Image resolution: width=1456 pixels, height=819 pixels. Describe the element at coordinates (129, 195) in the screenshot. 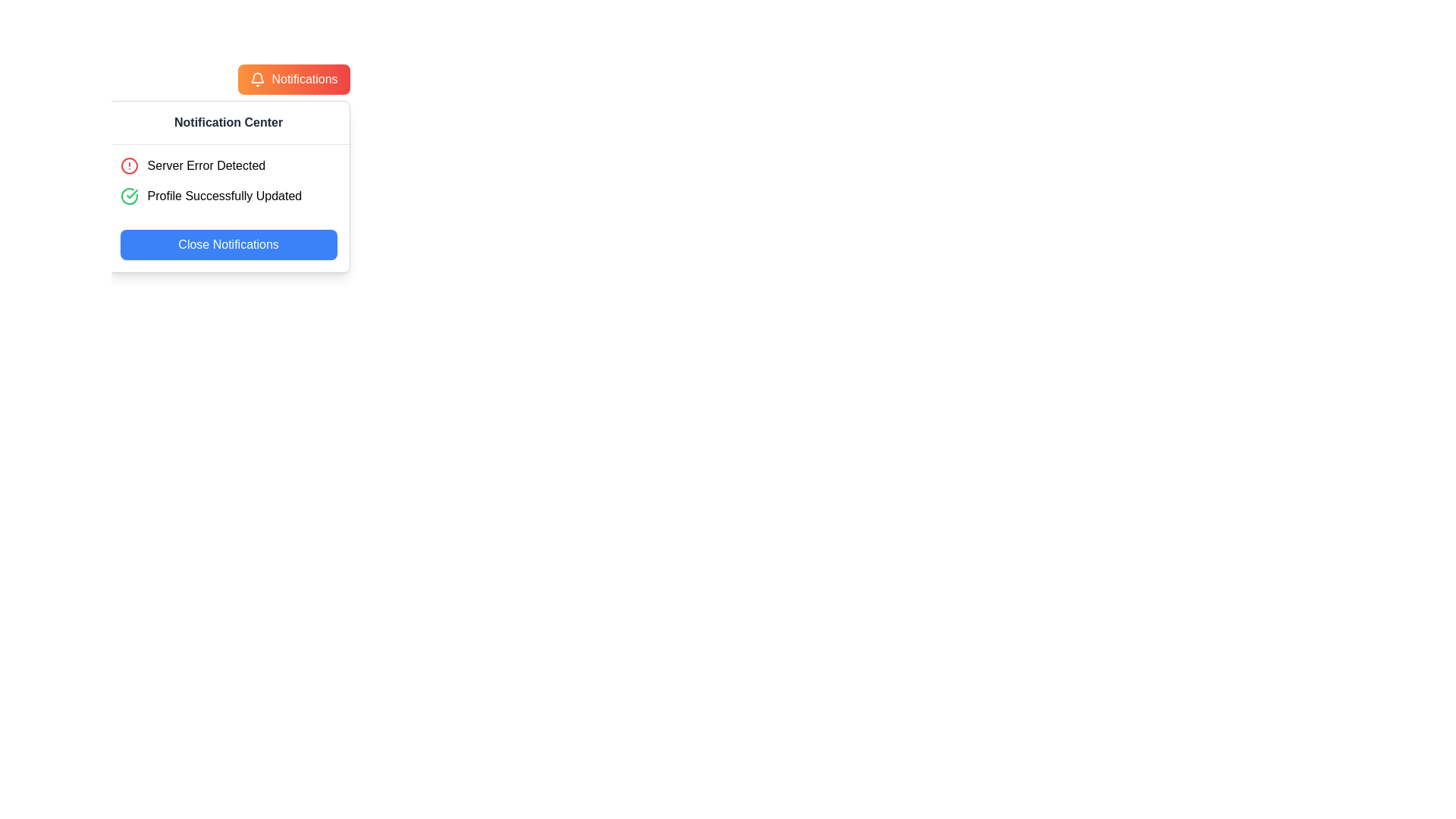

I see `the success icon indicating the message 'Profile Successfully Updated' located to the left of the text in the notification card` at that location.